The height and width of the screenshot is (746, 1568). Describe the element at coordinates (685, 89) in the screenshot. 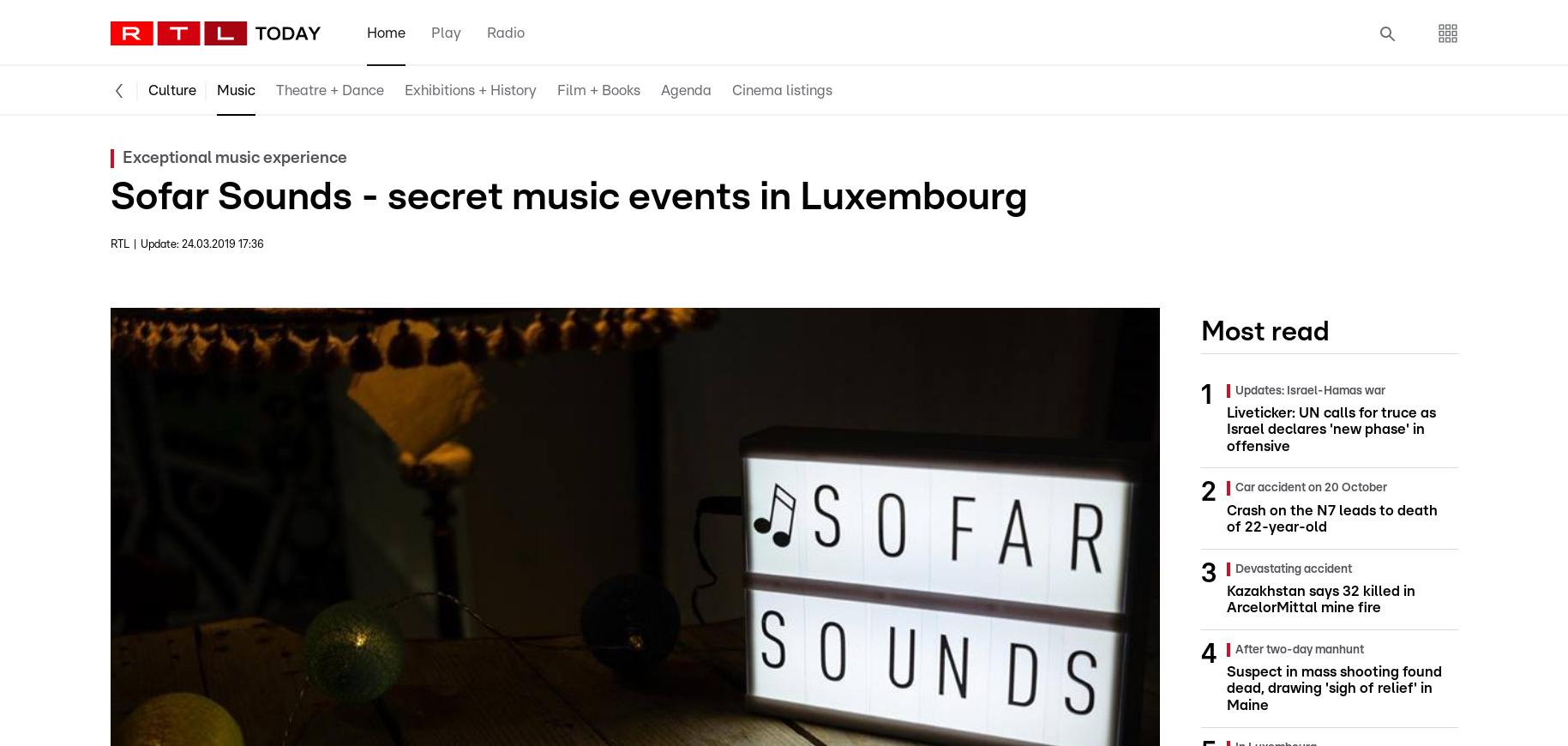

I see `'Agenda'` at that location.